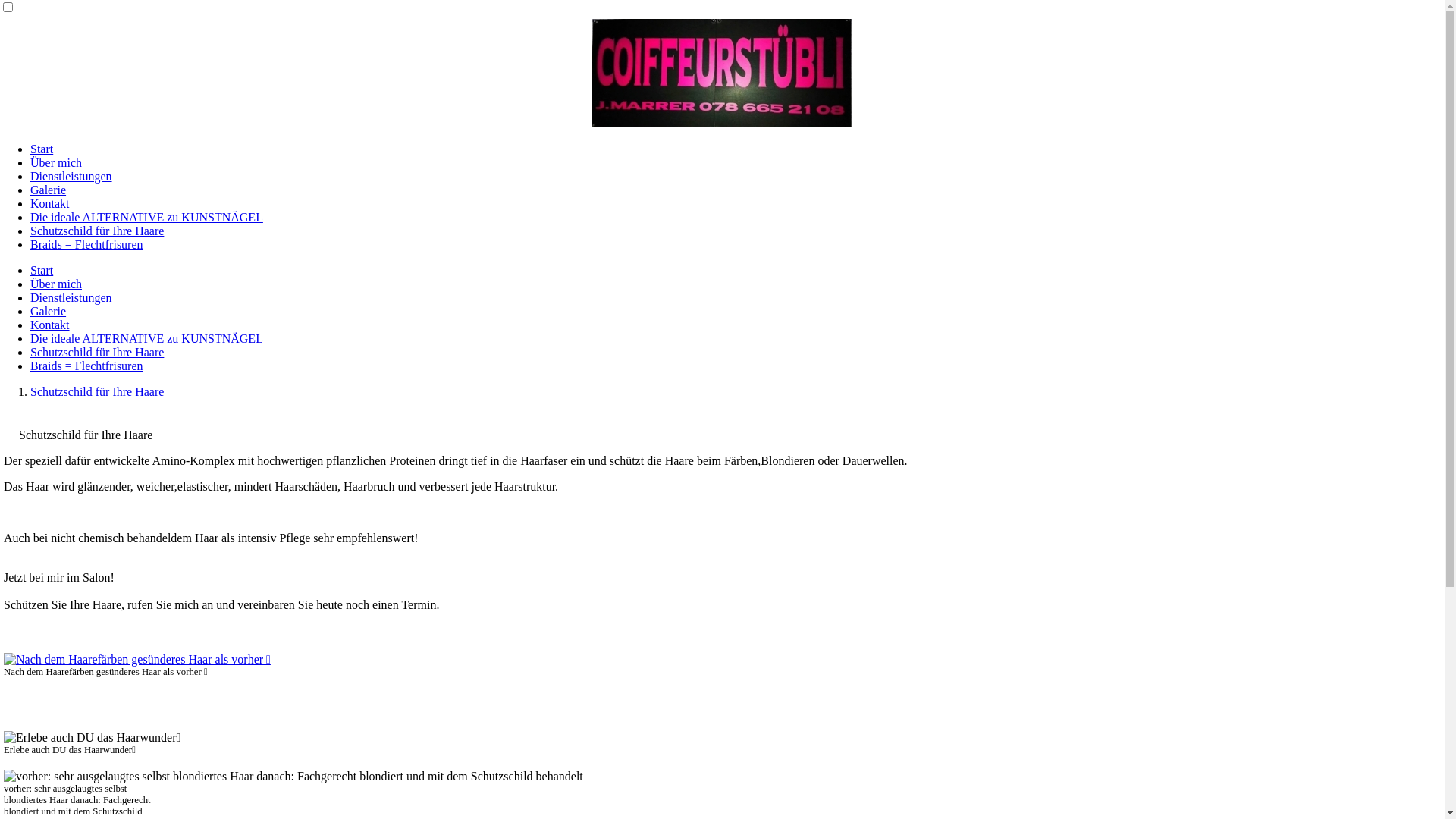  What do you see at coordinates (50, 324) in the screenshot?
I see `'Kontakt'` at bounding box center [50, 324].